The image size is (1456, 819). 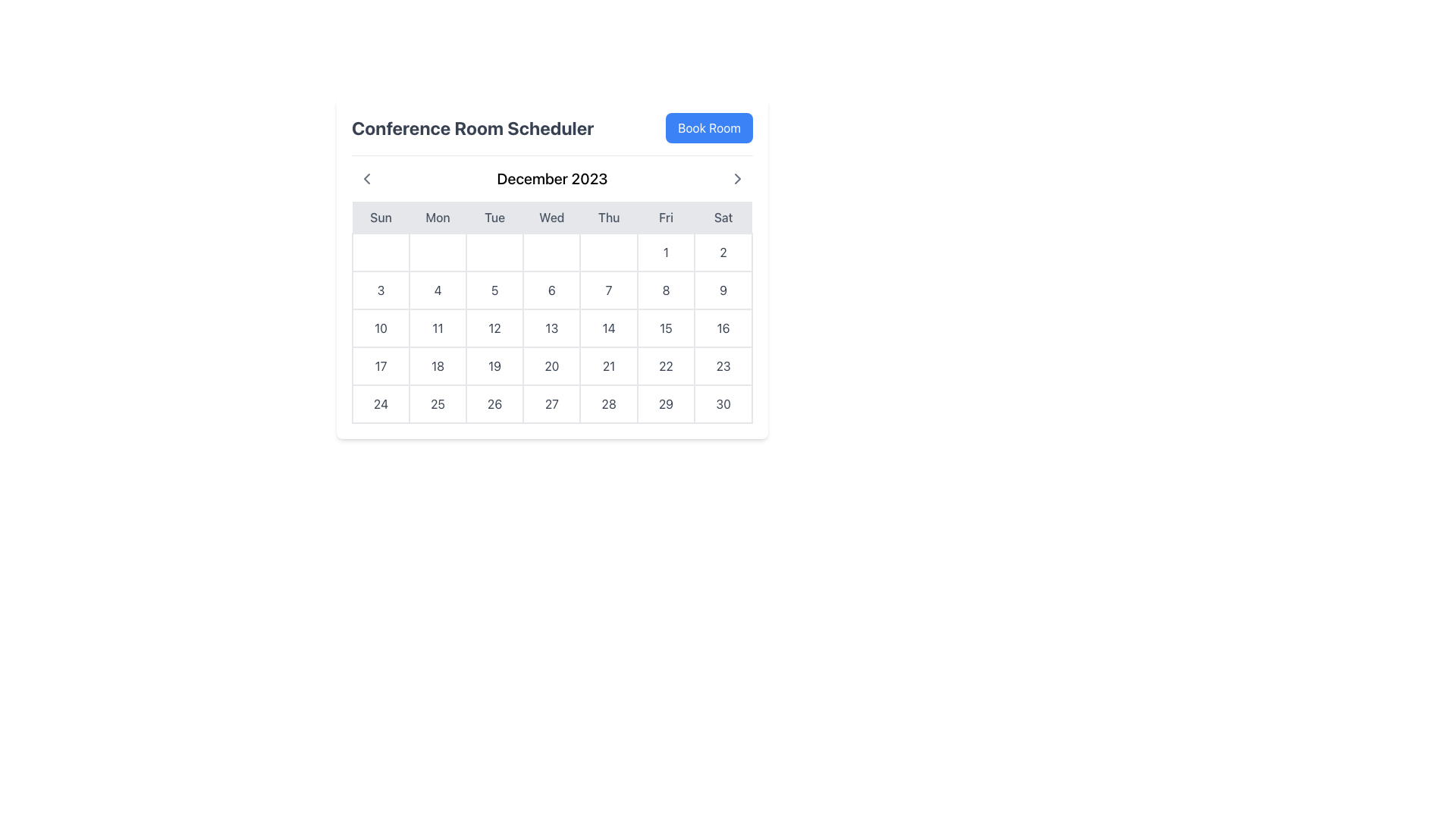 What do you see at coordinates (666, 290) in the screenshot?
I see `the button displaying the digit '8'` at bounding box center [666, 290].